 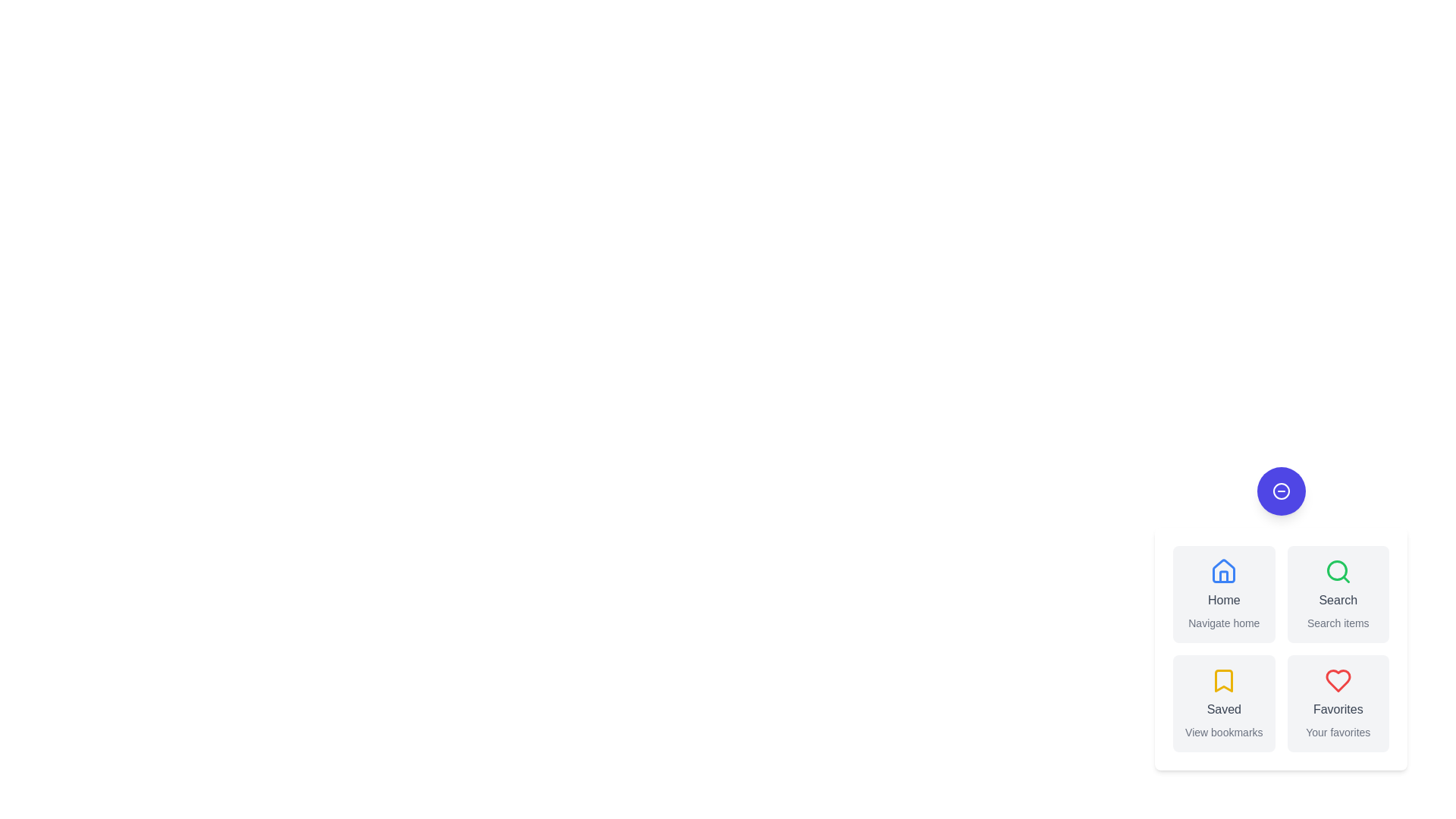 What do you see at coordinates (1224, 704) in the screenshot?
I see `the 'Saved' button to view bookmarks` at bounding box center [1224, 704].